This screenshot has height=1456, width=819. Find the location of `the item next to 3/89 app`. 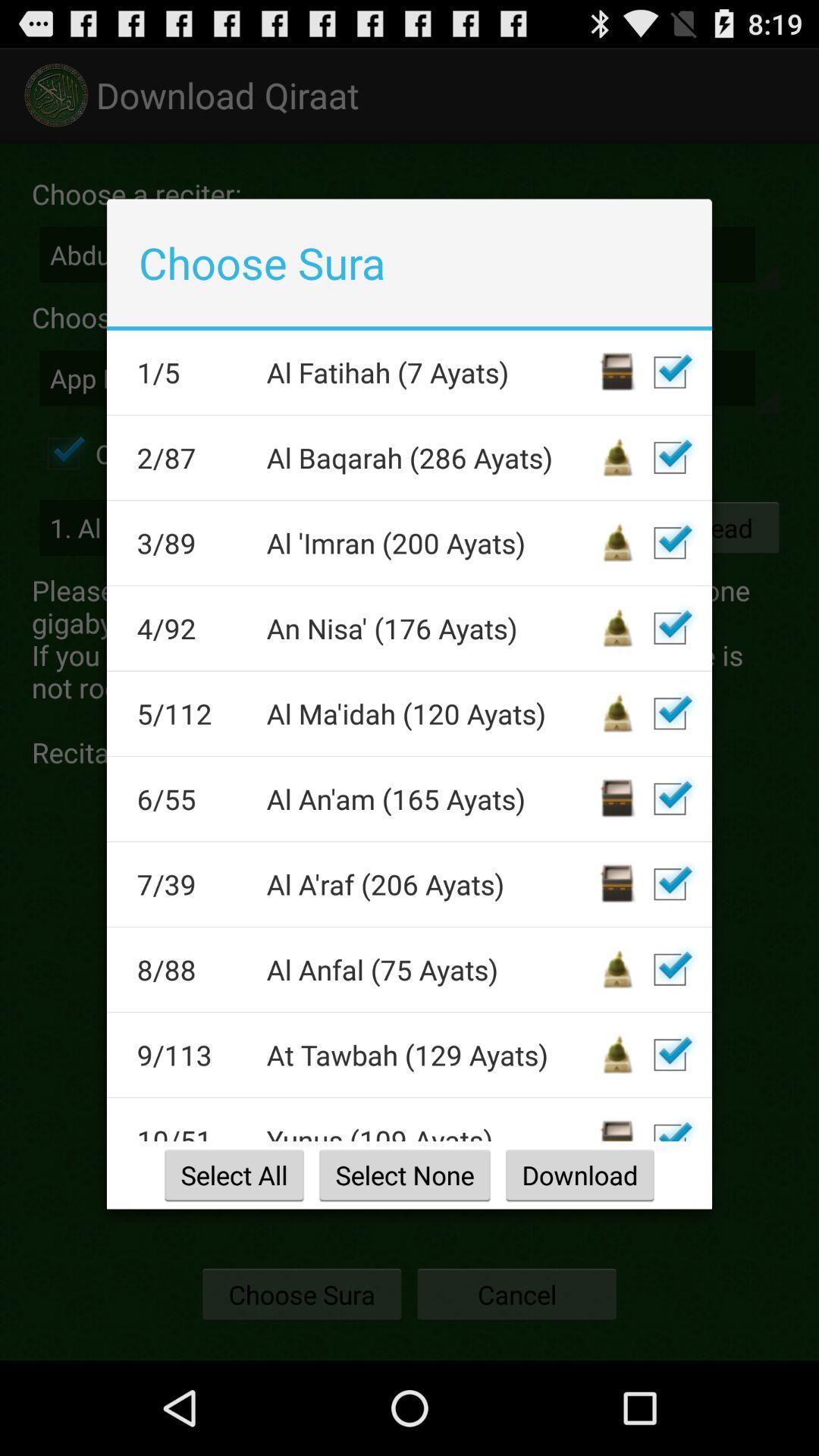

the item next to 3/89 app is located at coordinates (431, 543).